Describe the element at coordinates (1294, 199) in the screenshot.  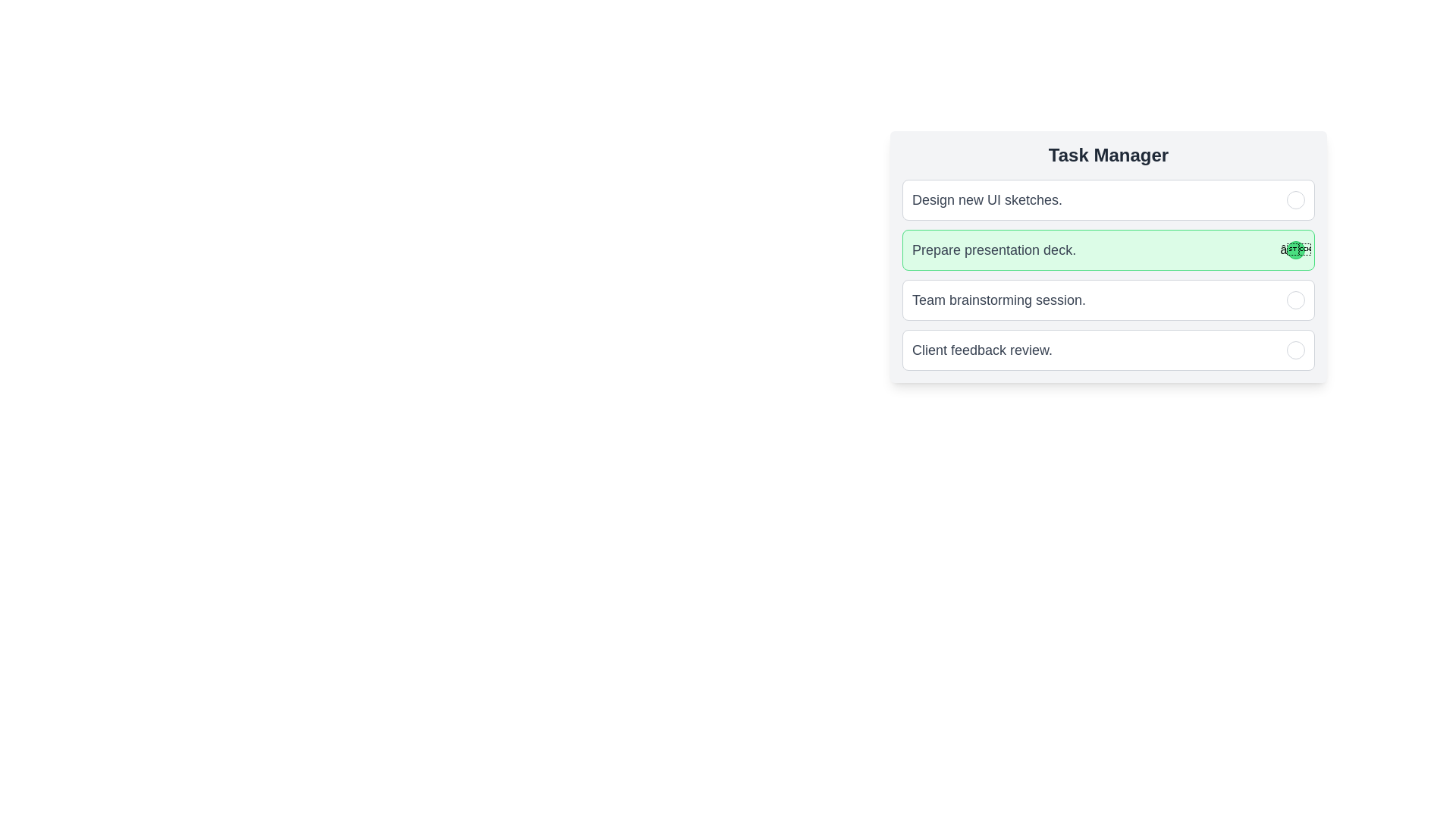
I see `the checkbox or marker circle located at the far right of the row containing the text 'Design new UI sketches'` at that location.